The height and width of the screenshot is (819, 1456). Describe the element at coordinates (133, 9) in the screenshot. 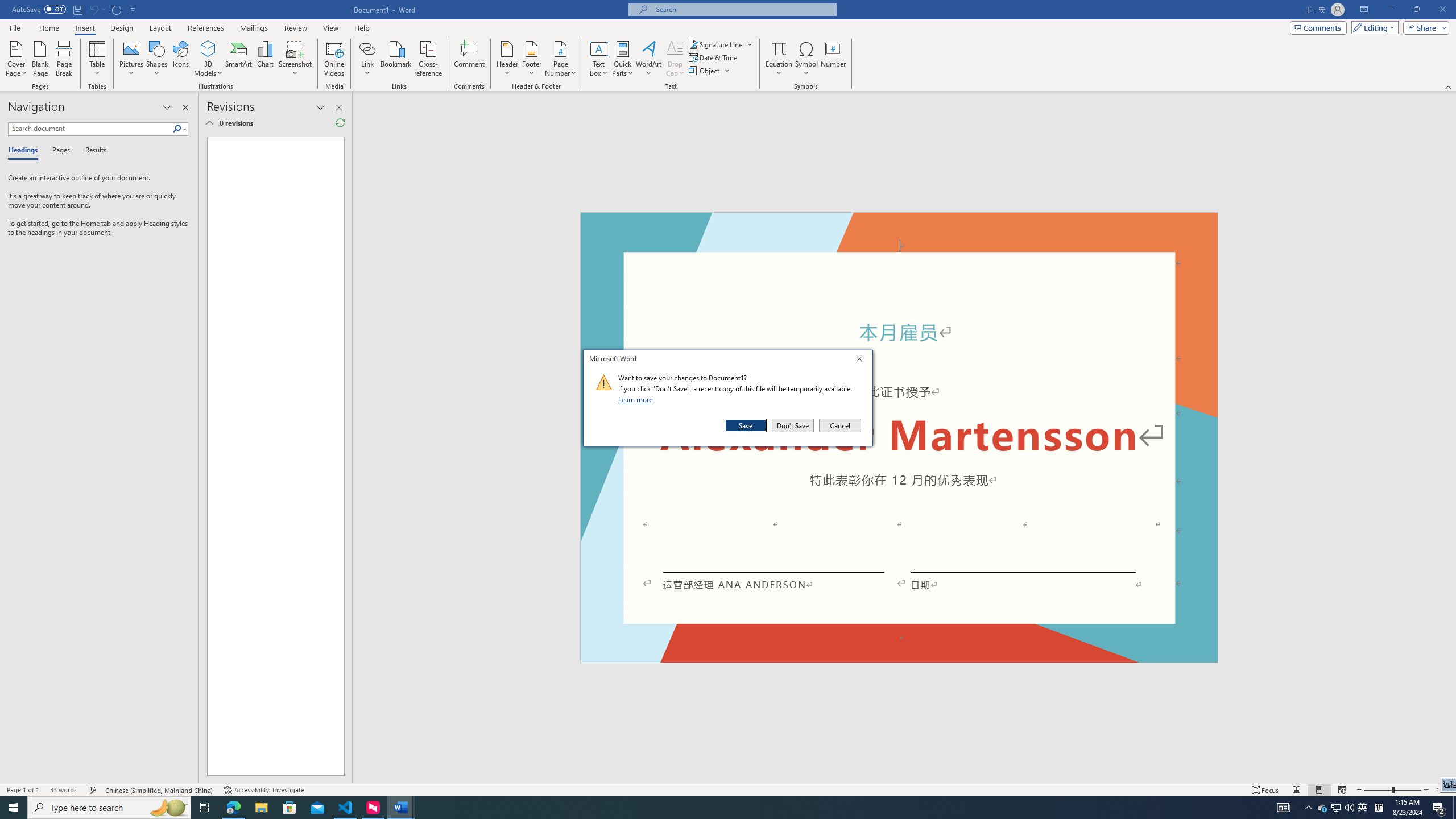

I see `'Customize Quick Access Toolbar'` at that location.